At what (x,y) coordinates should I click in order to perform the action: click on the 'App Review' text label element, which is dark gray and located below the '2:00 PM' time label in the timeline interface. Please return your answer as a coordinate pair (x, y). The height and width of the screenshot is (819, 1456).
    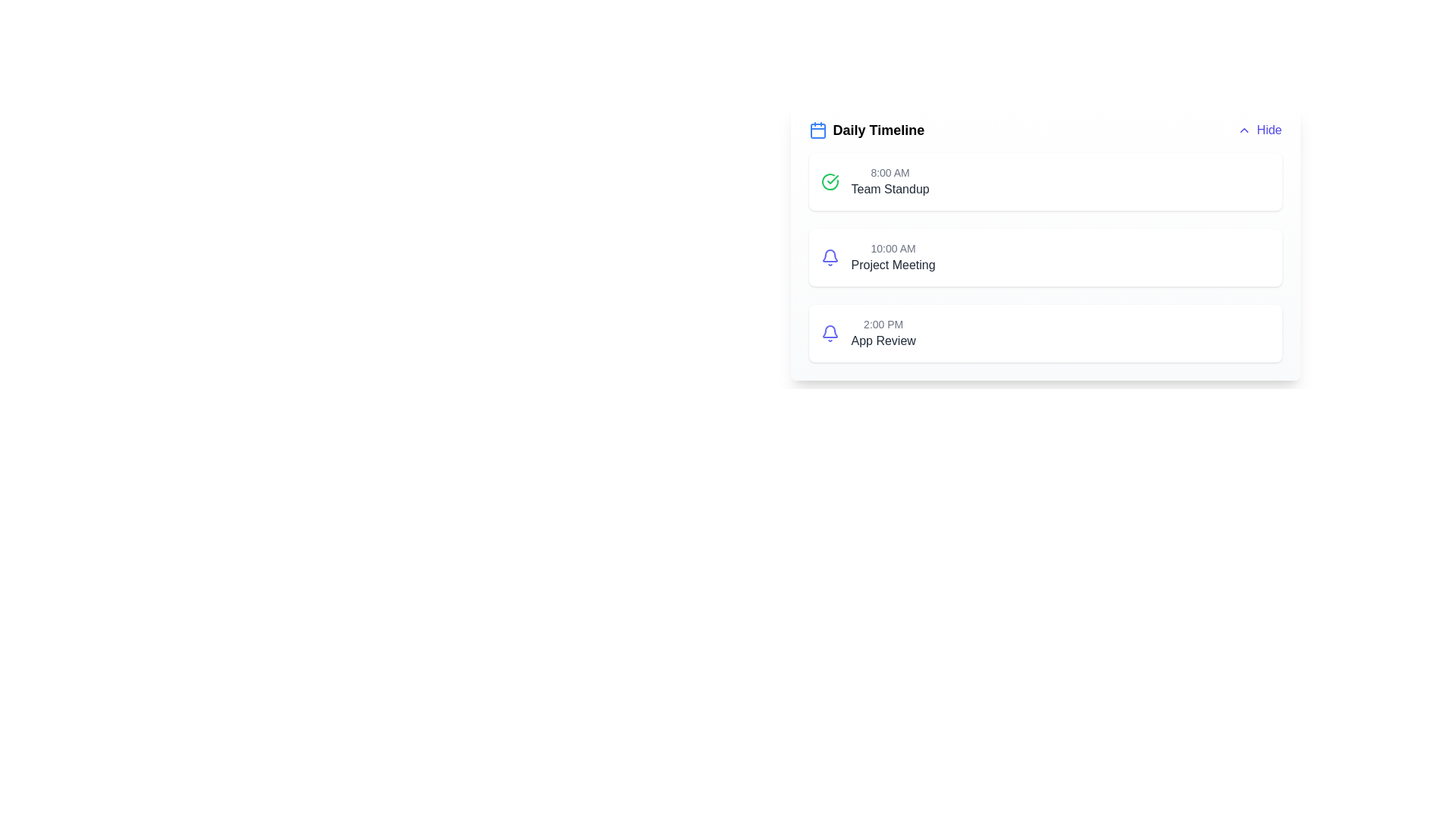
    Looking at the image, I should click on (883, 341).